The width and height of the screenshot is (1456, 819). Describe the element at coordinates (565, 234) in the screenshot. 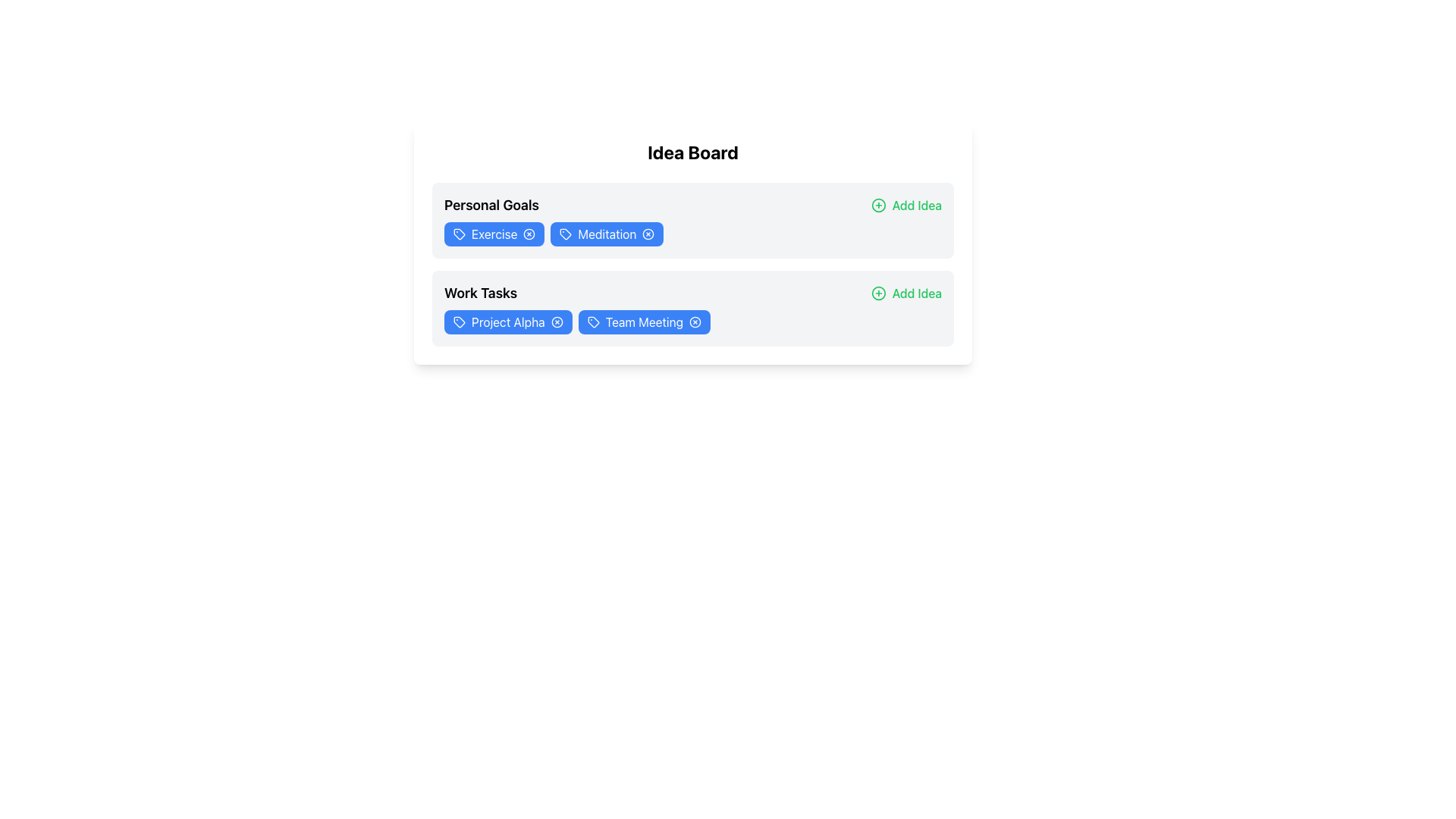

I see `the decorative icon representing 'Meditation', which is positioned second in the 'Personal Goals' section on the left side of the label` at that location.